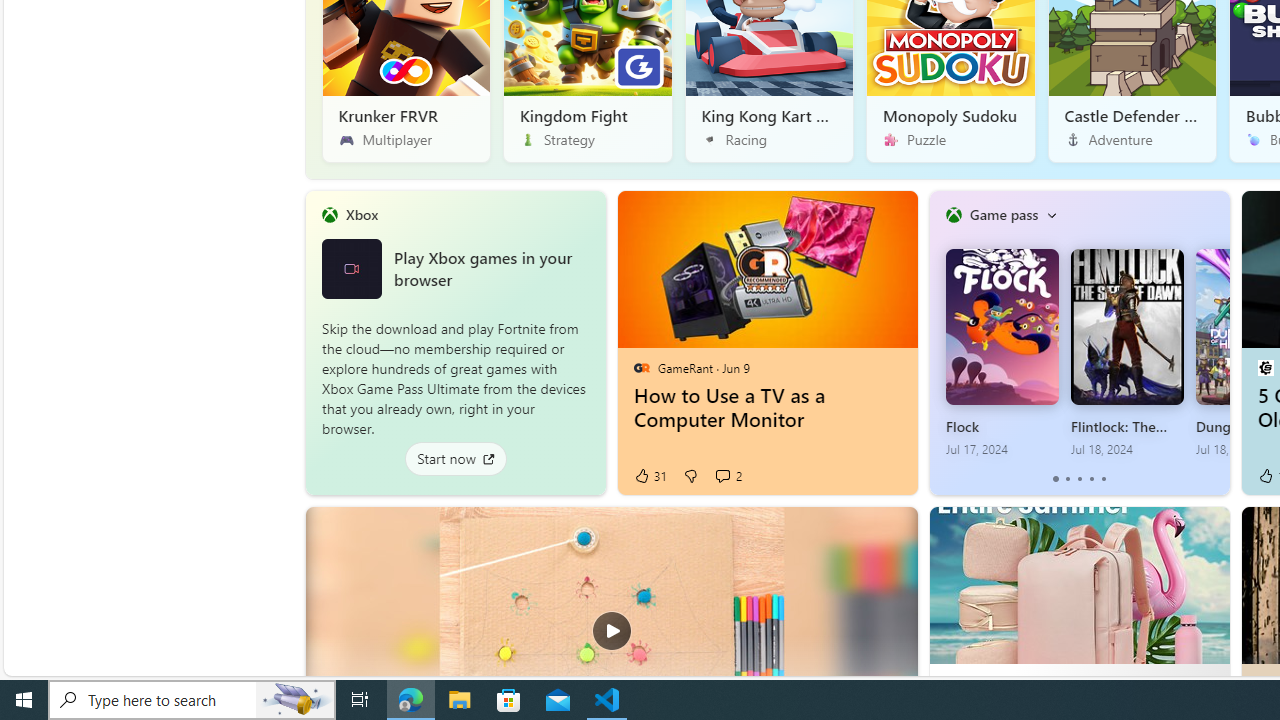 The width and height of the screenshot is (1280, 720). What do you see at coordinates (1218, 342) in the screenshot?
I see `'Class: next-flipper'` at bounding box center [1218, 342].